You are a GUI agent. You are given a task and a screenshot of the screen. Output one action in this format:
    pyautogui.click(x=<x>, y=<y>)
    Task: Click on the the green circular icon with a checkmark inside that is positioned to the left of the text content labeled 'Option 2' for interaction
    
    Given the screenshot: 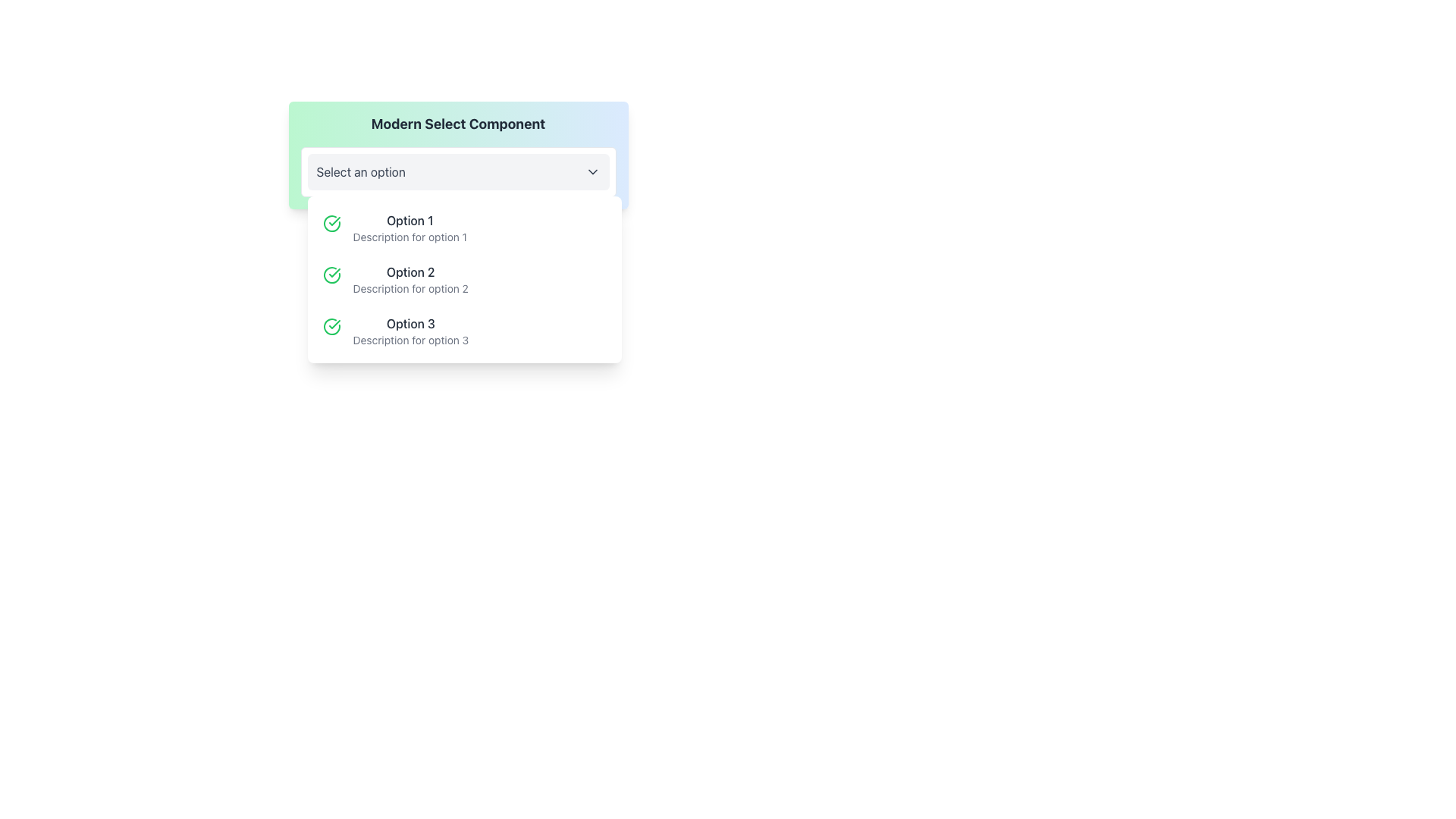 What is the action you would take?
    pyautogui.click(x=331, y=275)
    